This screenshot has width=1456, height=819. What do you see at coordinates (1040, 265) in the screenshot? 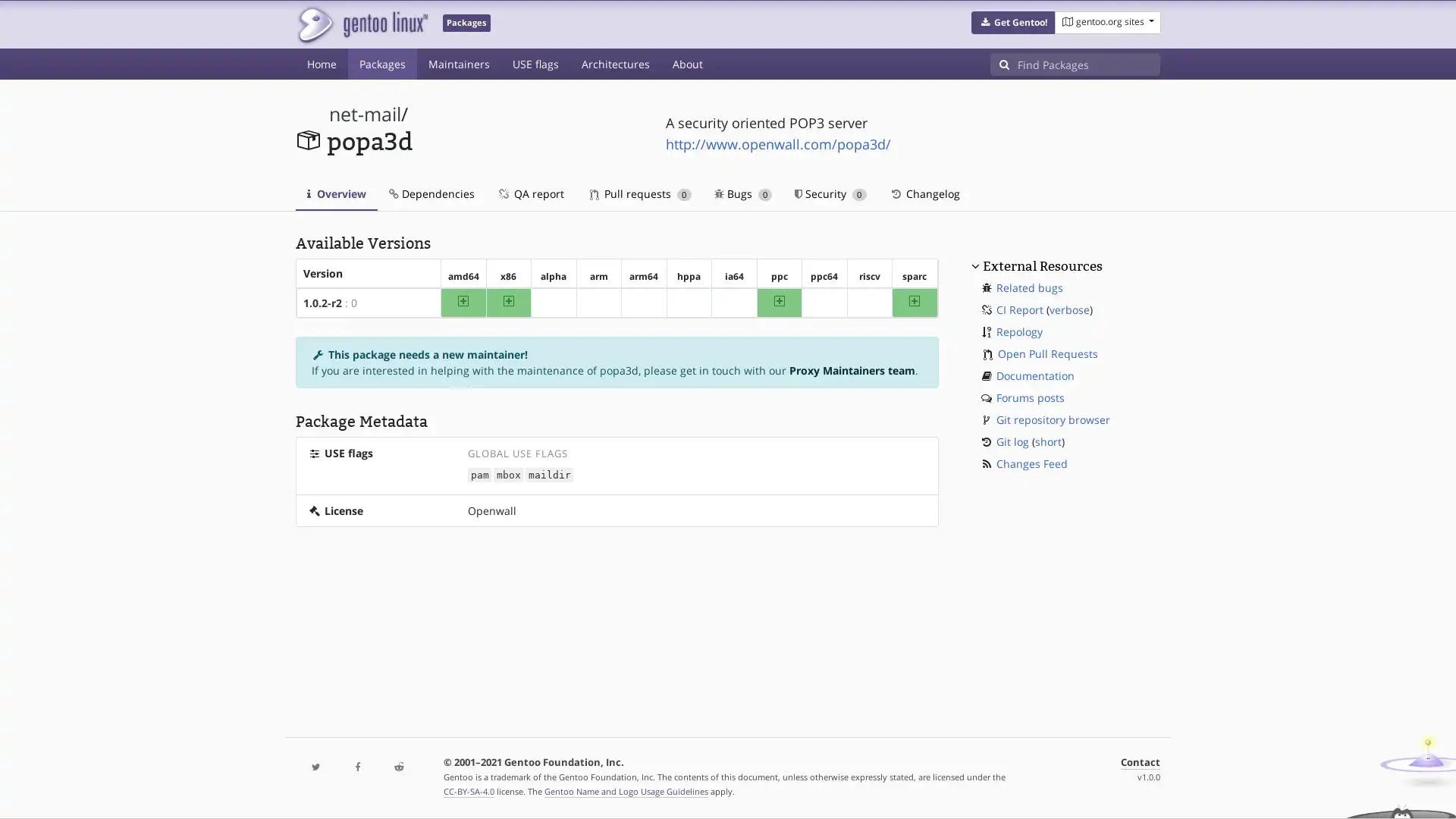
I see `External Resources` at bounding box center [1040, 265].